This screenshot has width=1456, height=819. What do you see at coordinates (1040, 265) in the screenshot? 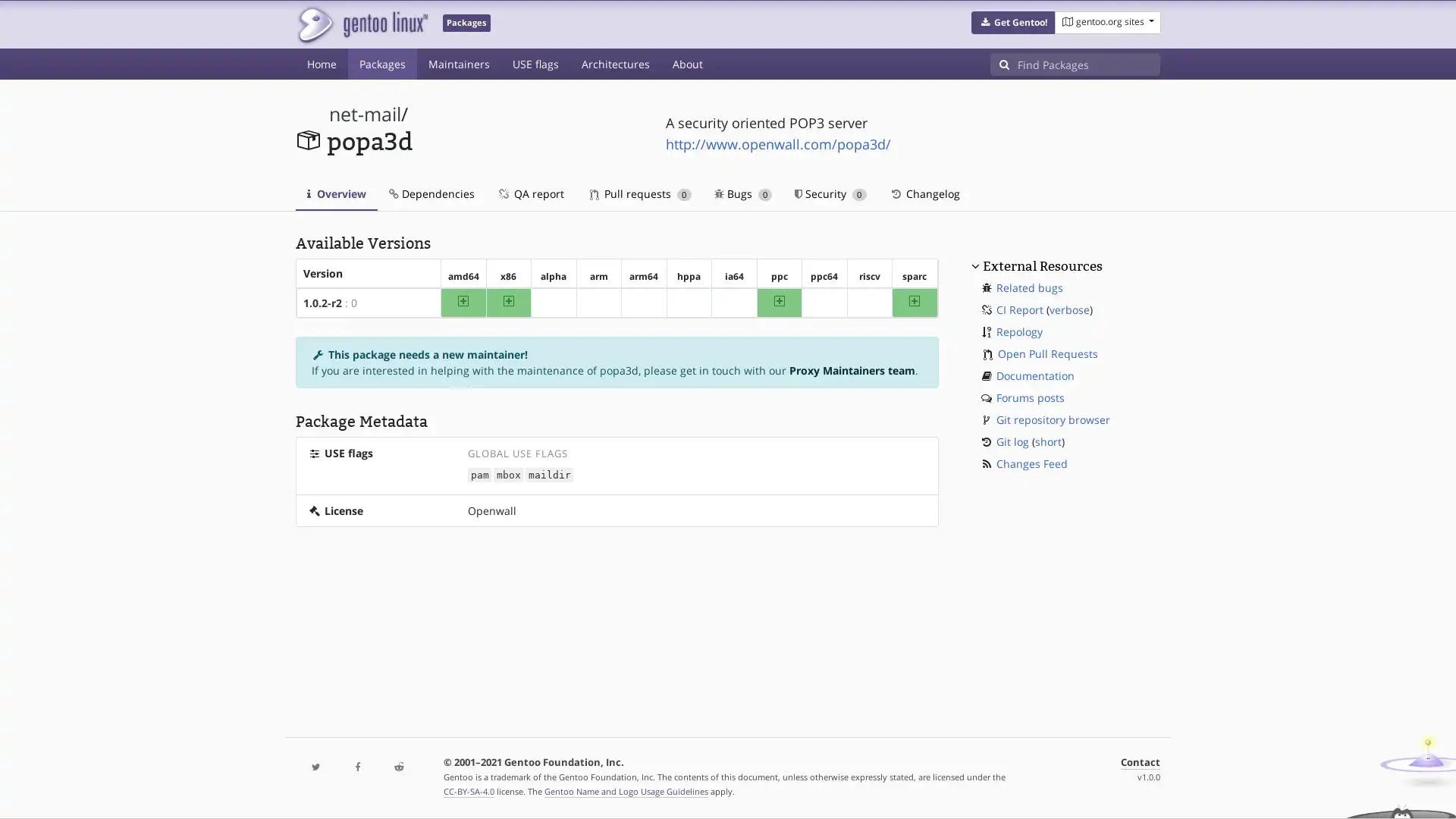
I see `External Resources` at bounding box center [1040, 265].